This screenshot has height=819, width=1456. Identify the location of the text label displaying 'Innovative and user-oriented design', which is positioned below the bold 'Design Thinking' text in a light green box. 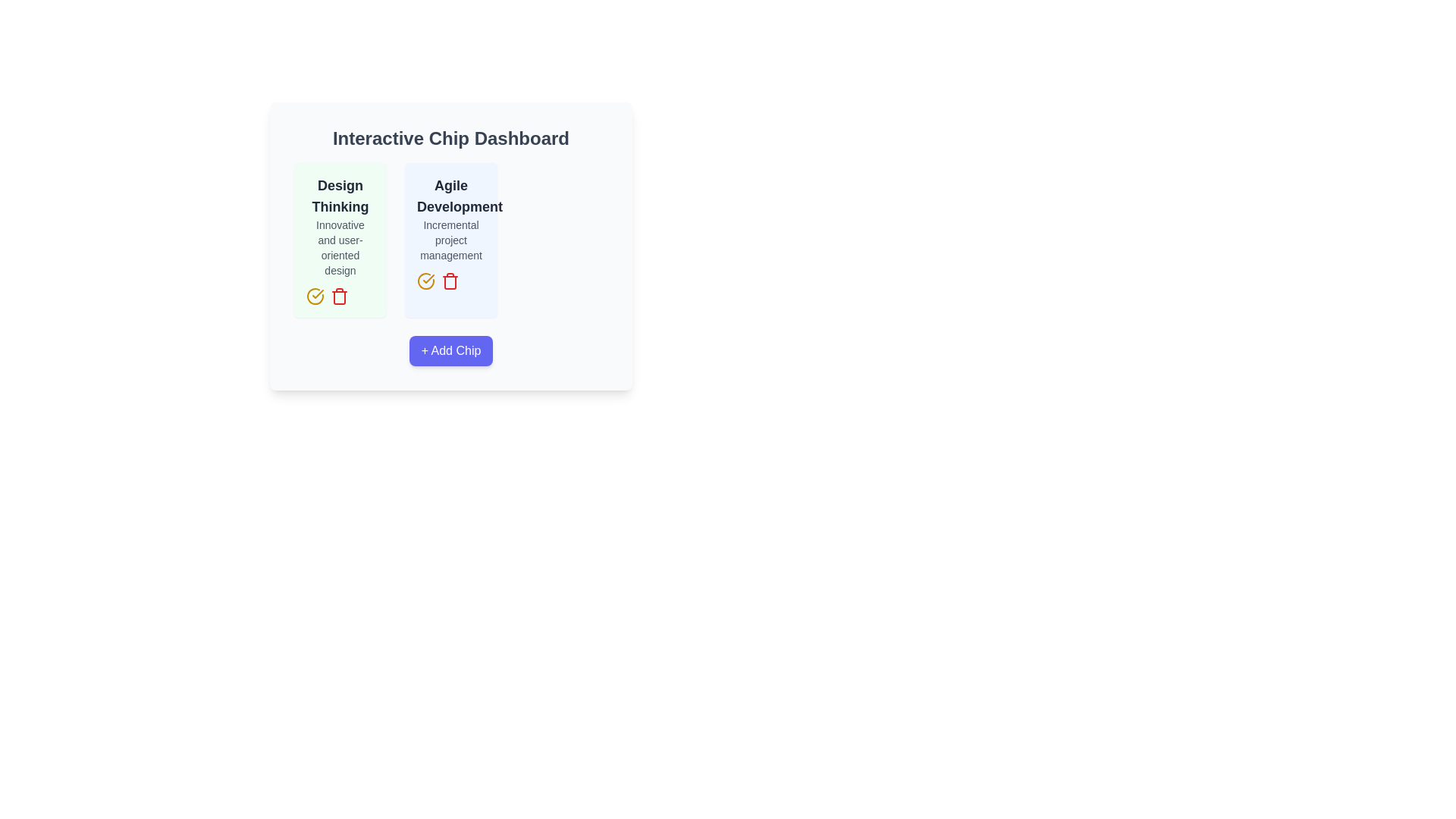
(340, 247).